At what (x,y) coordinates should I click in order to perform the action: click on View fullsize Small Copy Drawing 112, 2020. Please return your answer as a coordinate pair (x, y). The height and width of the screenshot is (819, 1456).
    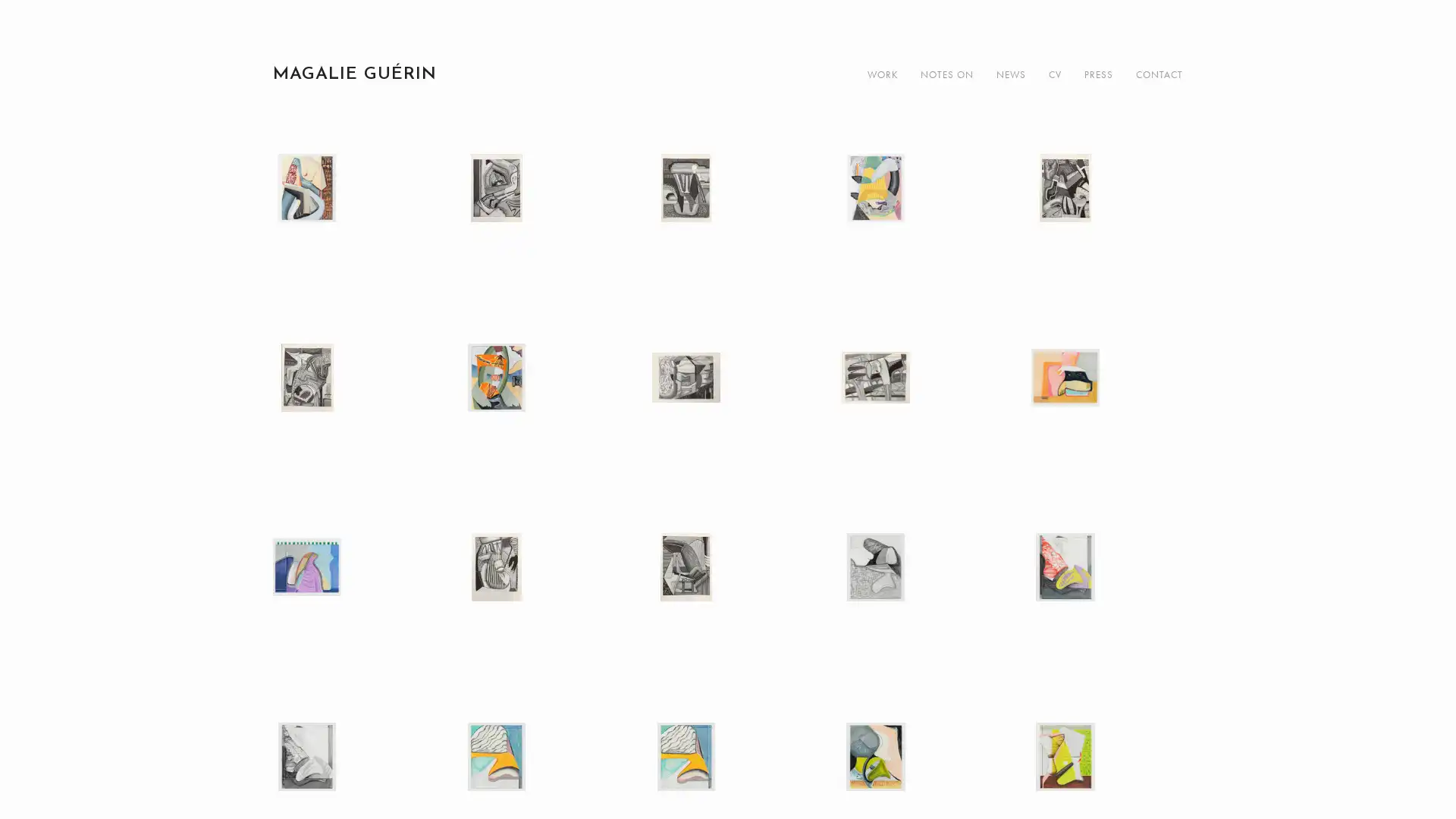
    Looking at the image, I should click on (728, 230).